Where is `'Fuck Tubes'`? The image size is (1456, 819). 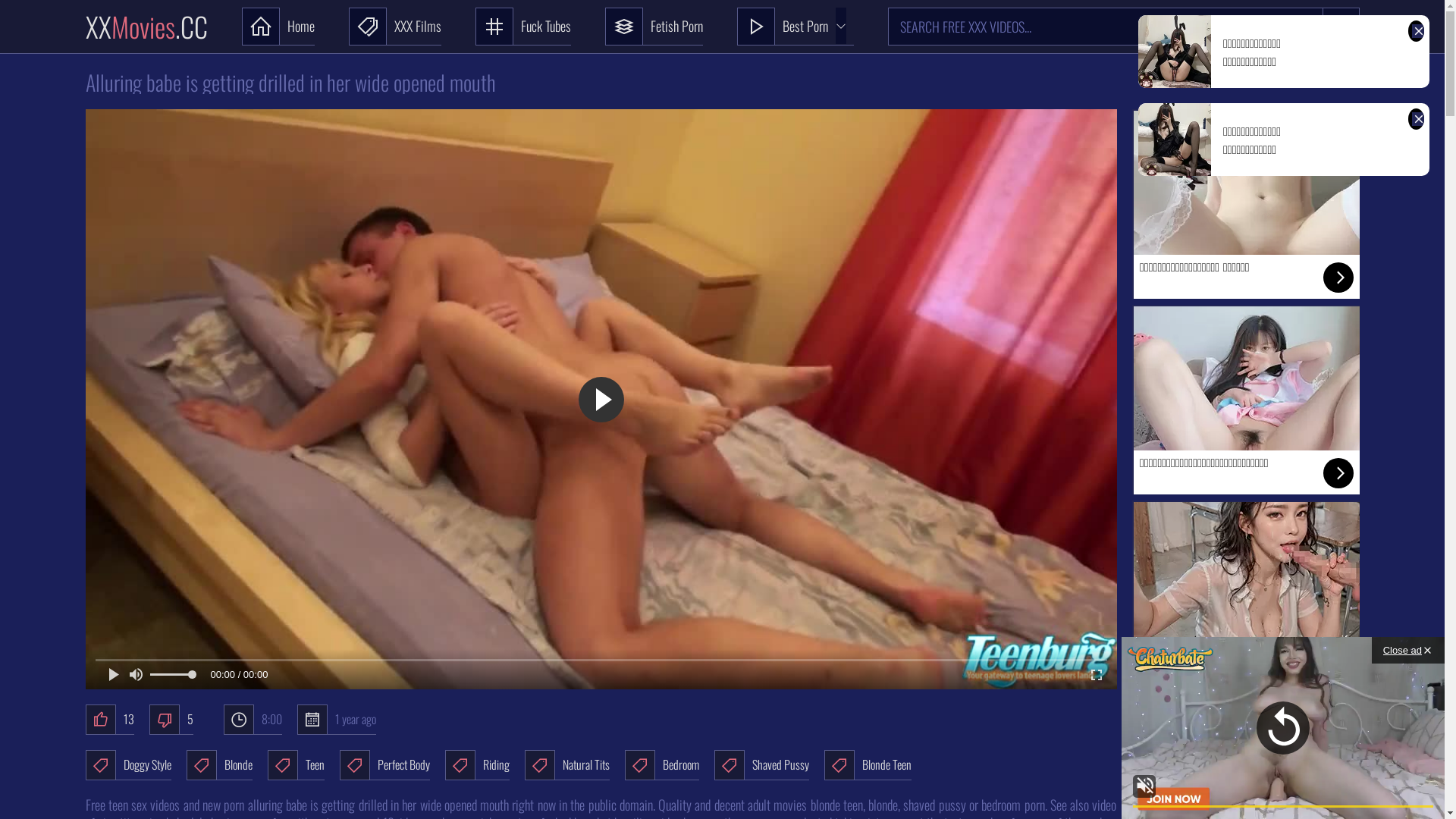
'Fuck Tubes' is located at coordinates (522, 26).